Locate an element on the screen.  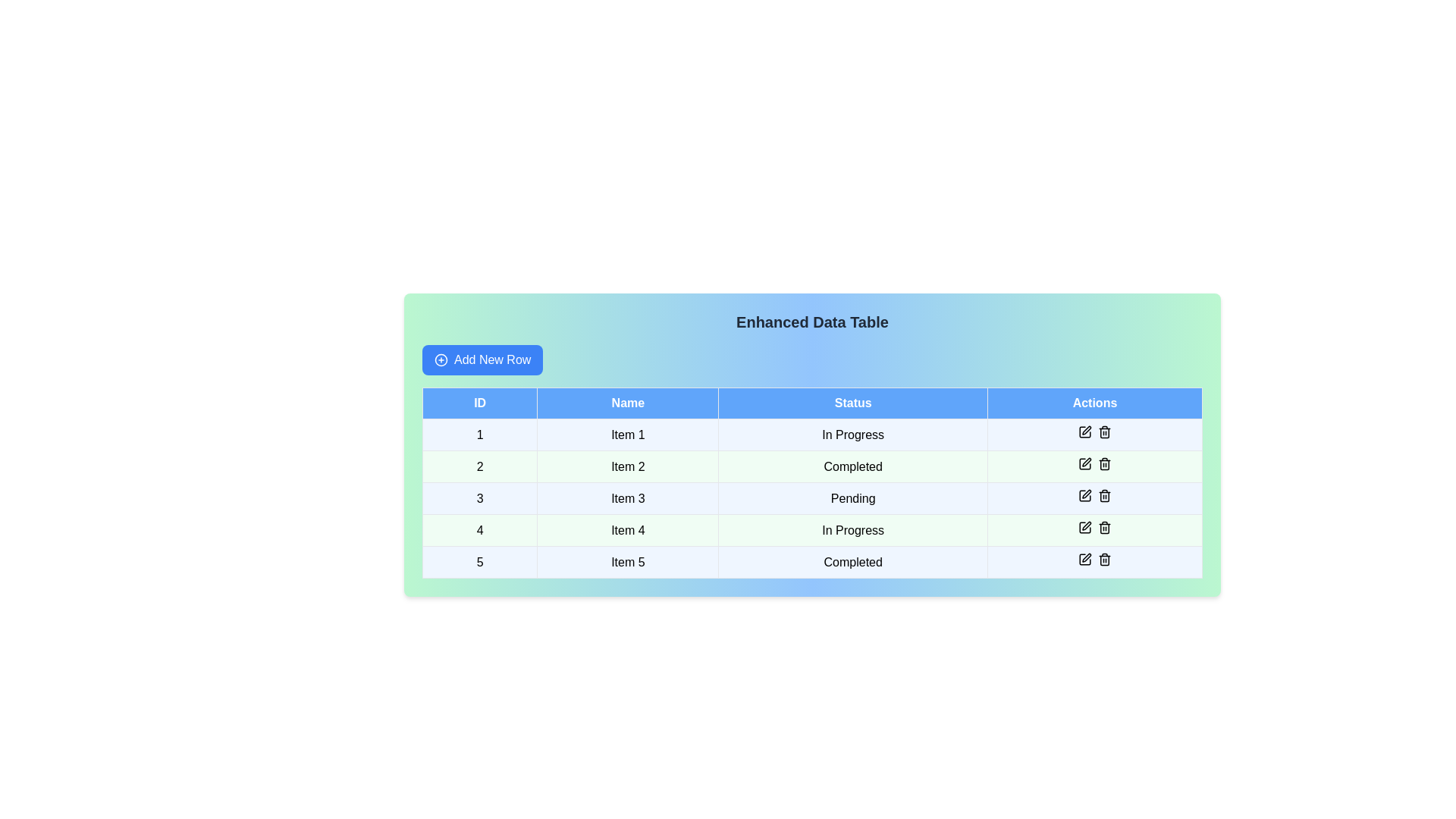
the static text label displaying the number '5' in the first column of the last row of the table, which is under the 'ID' header is located at coordinates (479, 562).